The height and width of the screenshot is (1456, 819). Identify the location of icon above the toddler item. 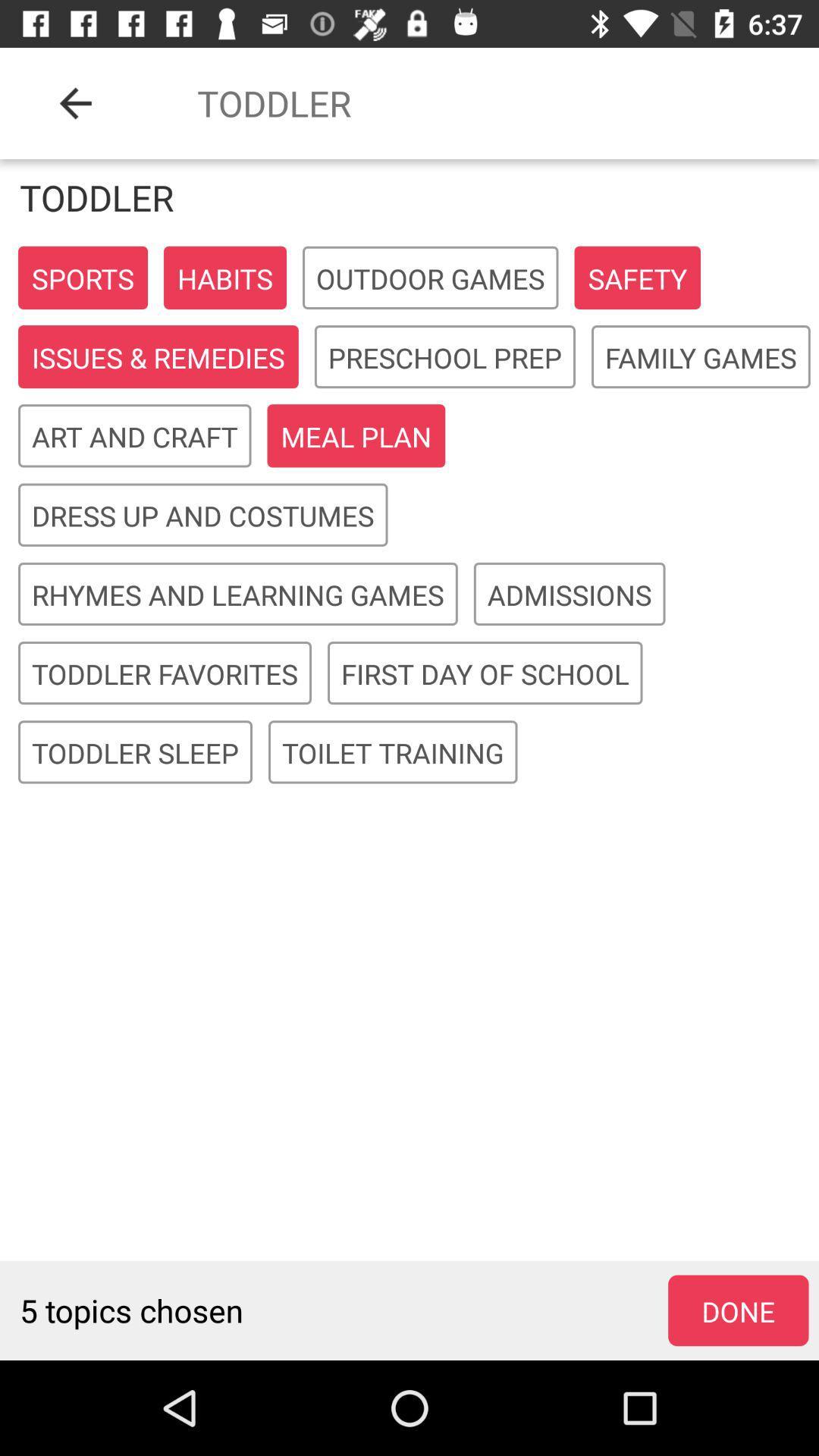
(75, 102).